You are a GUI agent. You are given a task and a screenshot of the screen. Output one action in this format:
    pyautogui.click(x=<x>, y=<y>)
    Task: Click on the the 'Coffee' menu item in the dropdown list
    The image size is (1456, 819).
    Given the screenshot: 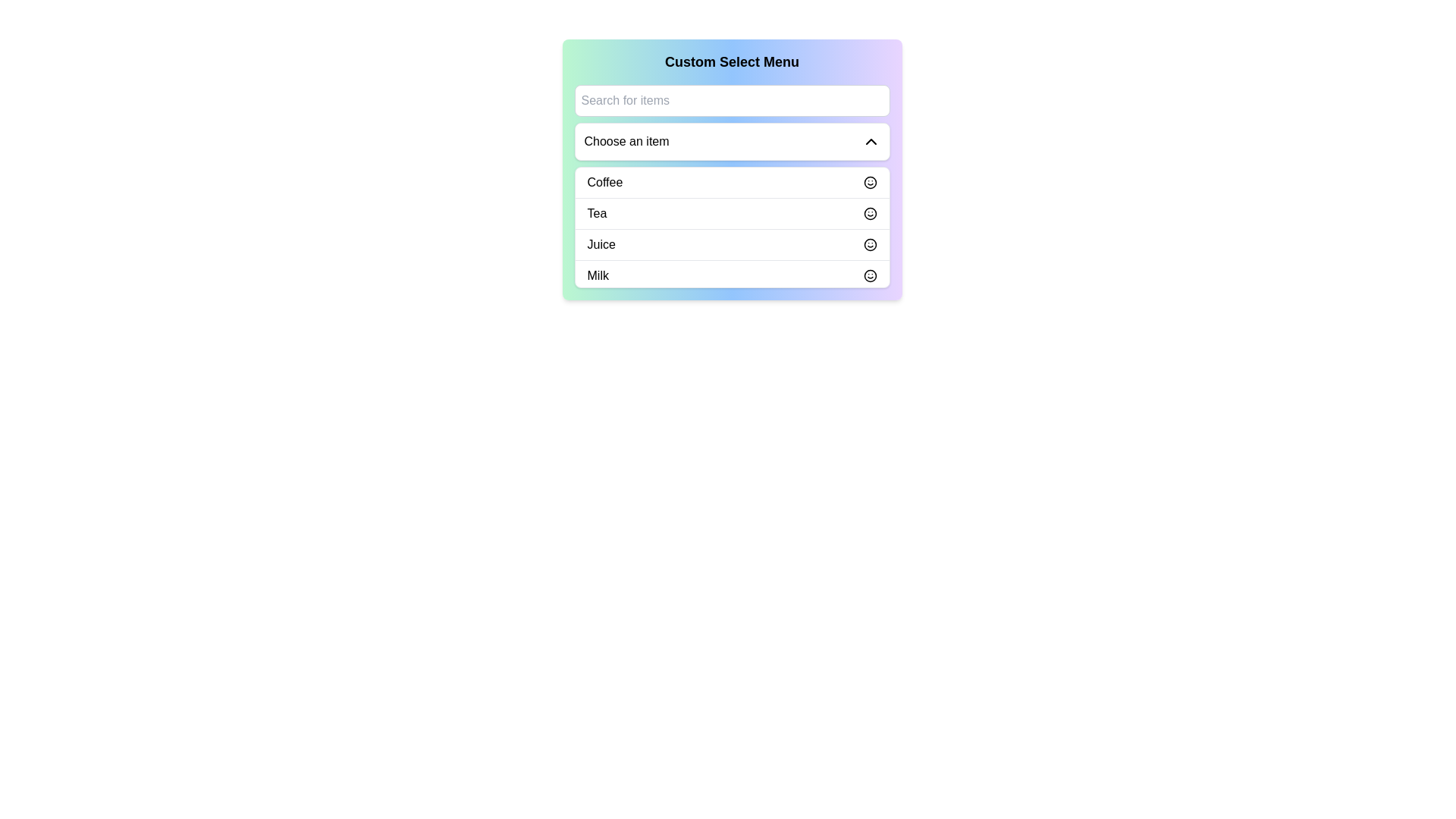 What is the action you would take?
    pyautogui.click(x=604, y=181)
    